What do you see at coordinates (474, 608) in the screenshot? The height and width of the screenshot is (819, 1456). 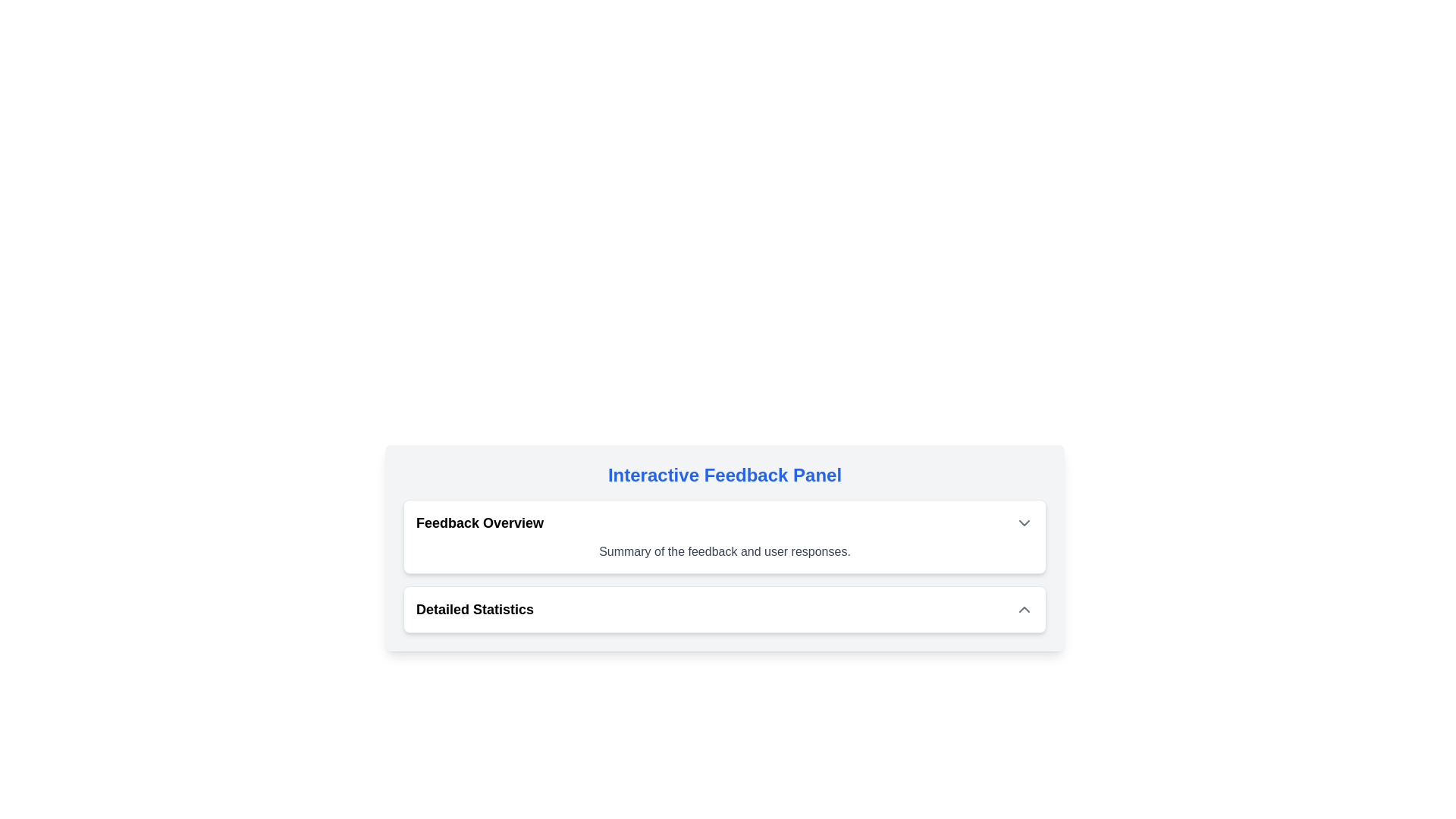 I see `the 'Detailed Statistics' heading label, which is displayed in bold and slightly larger font, located to the left of an upward chevron icon within the lower part of a card` at bounding box center [474, 608].